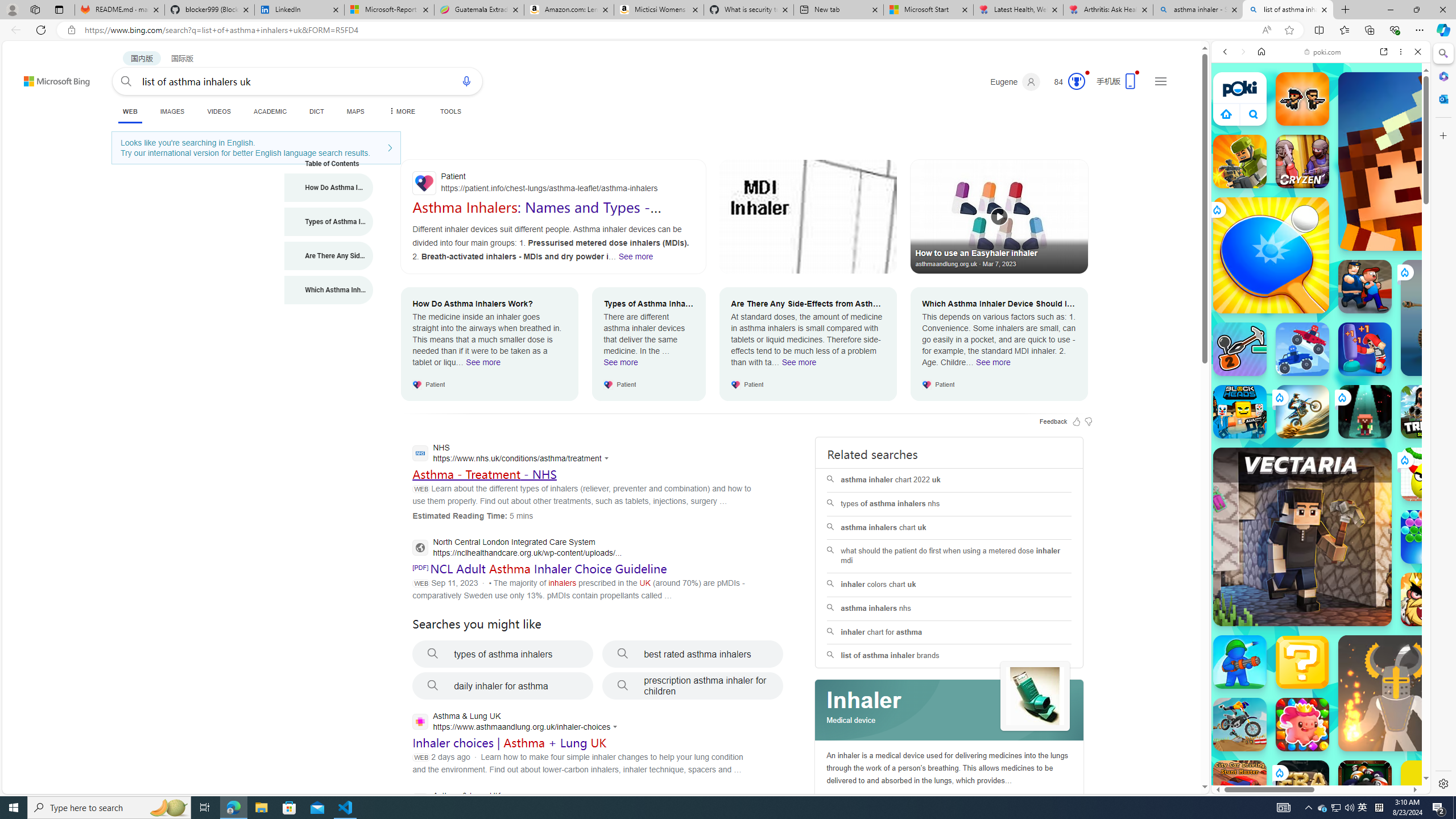 The height and width of the screenshot is (819, 1456). What do you see at coordinates (1433, 523) in the screenshot?
I see `'Crazy Cars'` at bounding box center [1433, 523].